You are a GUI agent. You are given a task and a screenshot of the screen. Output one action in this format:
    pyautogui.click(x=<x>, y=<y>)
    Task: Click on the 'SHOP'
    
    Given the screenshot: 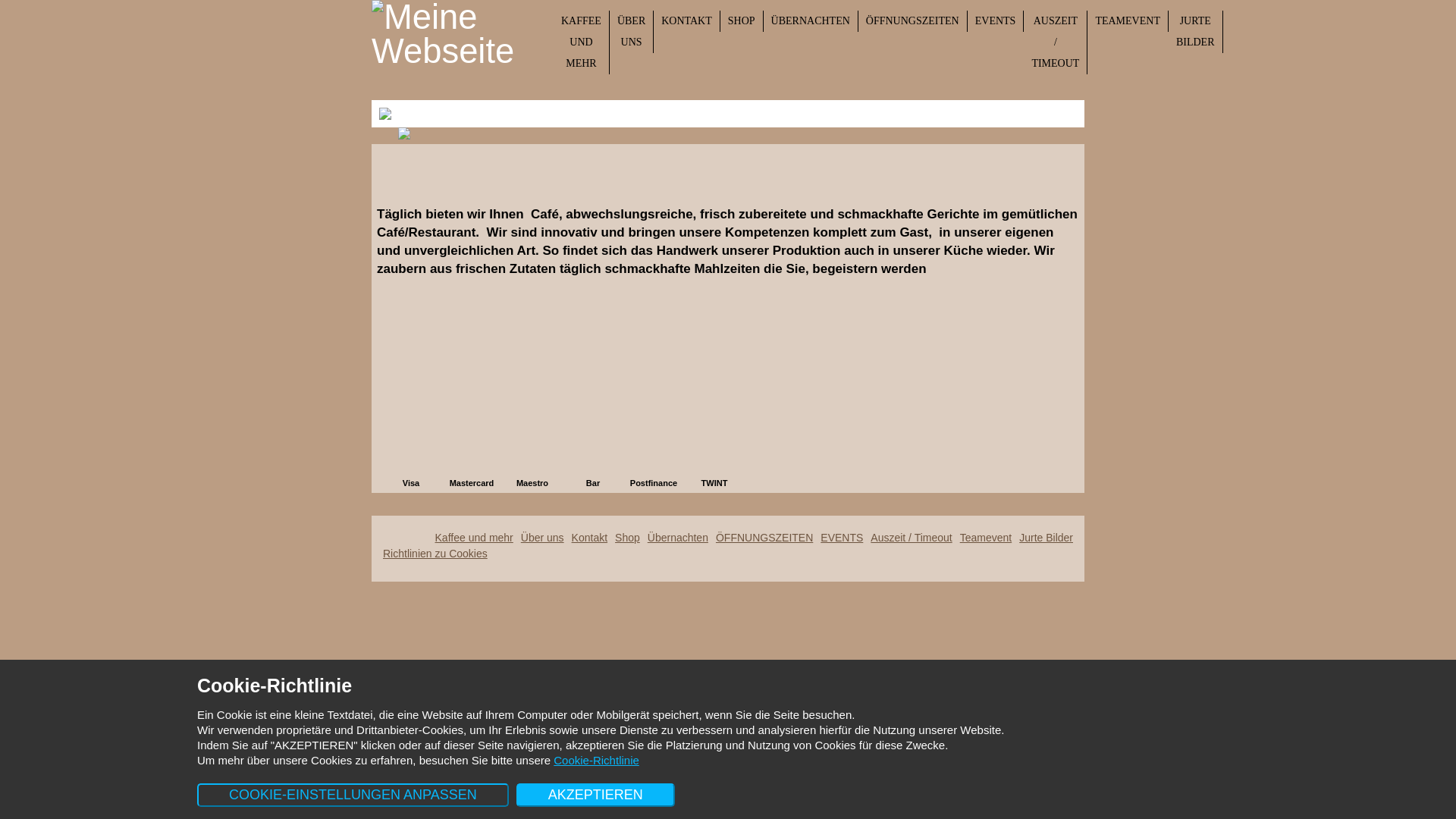 What is the action you would take?
    pyautogui.click(x=742, y=20)
    